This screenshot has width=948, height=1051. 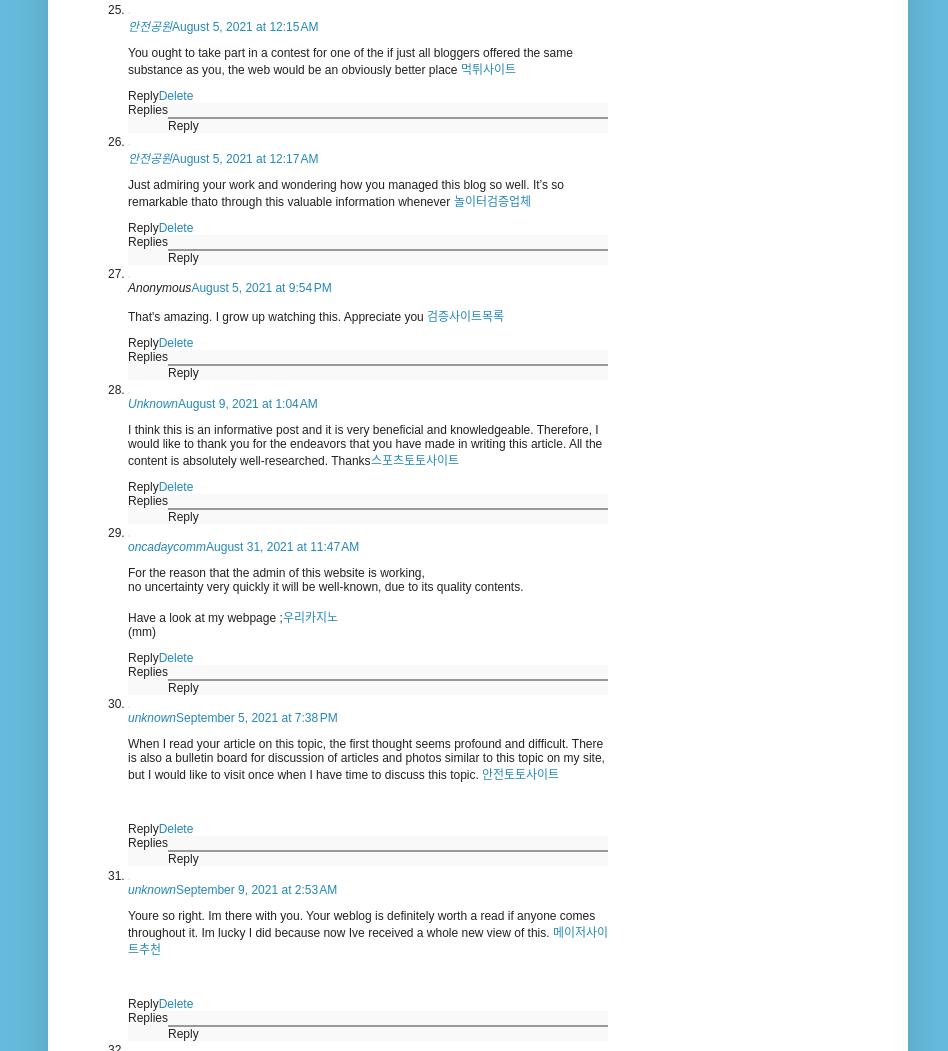 I want to click on 'August 5, 2021 at 12:15 AM', so click(x=244, y=25).